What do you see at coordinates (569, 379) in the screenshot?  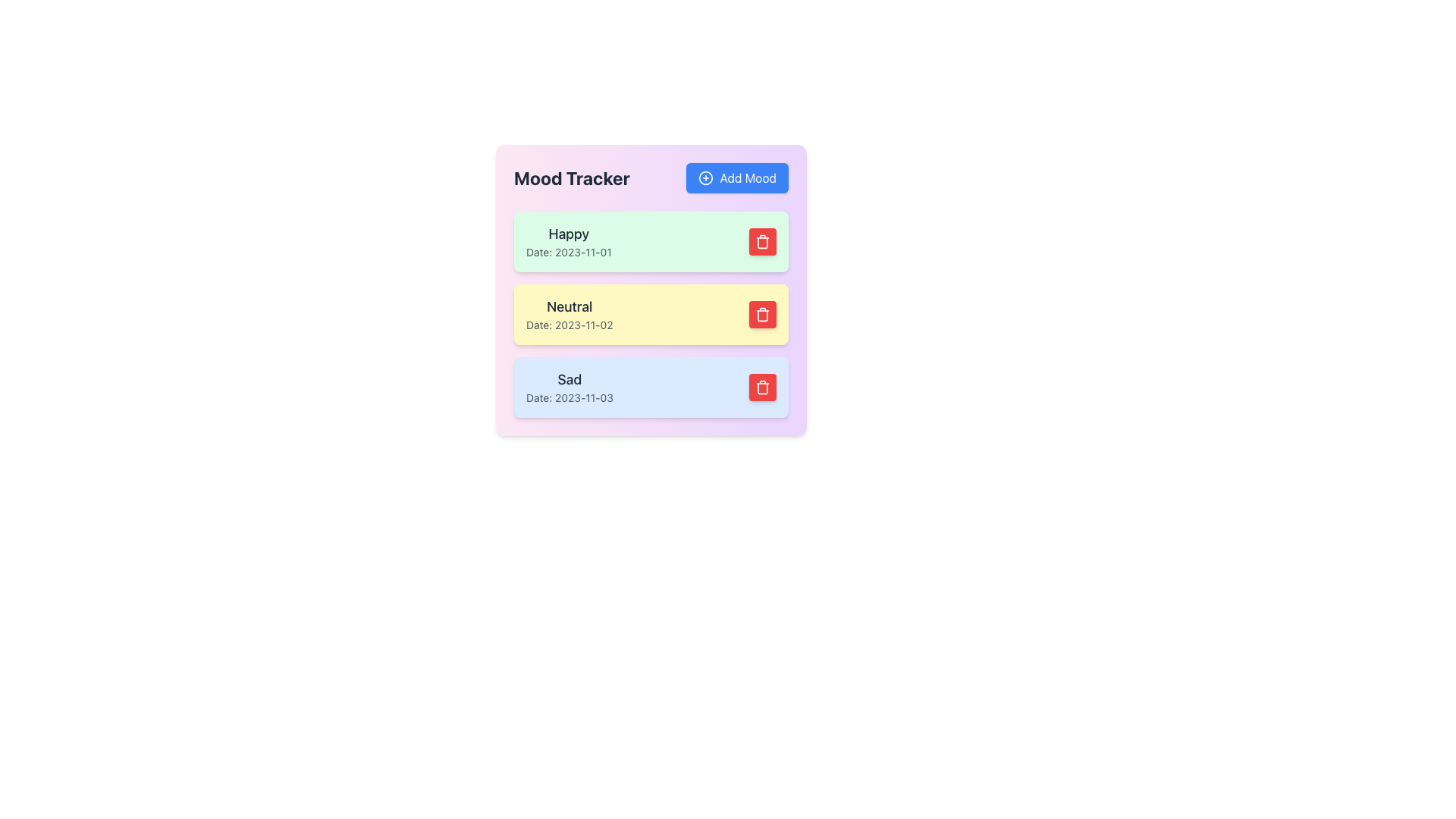 I see `the 'Sad' mood label in the Mood Tracker interface, which is displayed in a bold, large font on a light blue background, located in the third row beneath 'Neutral'` at bounding box center [569, 379].